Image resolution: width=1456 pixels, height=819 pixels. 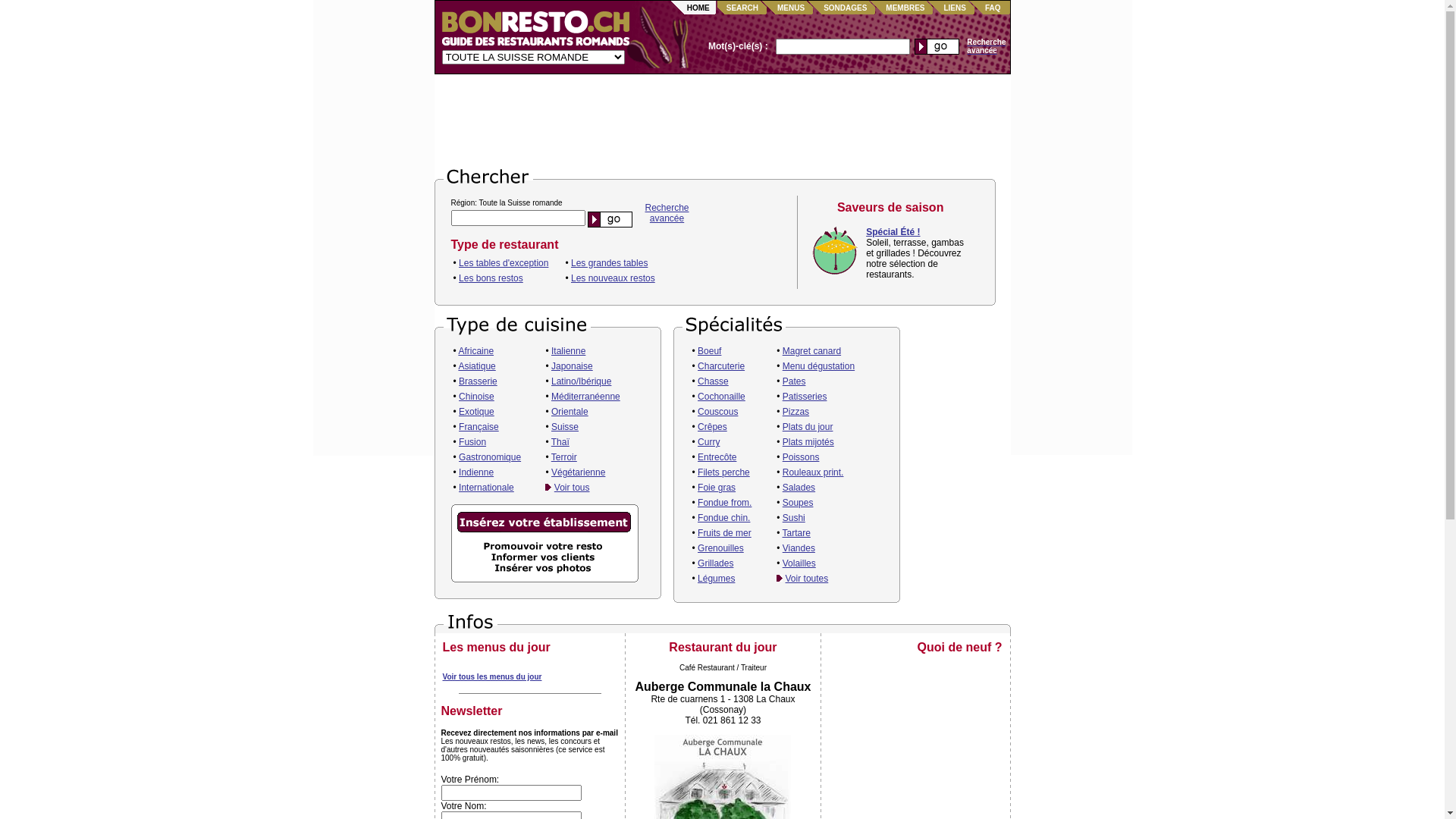 What do you see at coordinates (490, 456) in the screenshot?
I see `'Gastronomique'` at bounding box center [490, 456].